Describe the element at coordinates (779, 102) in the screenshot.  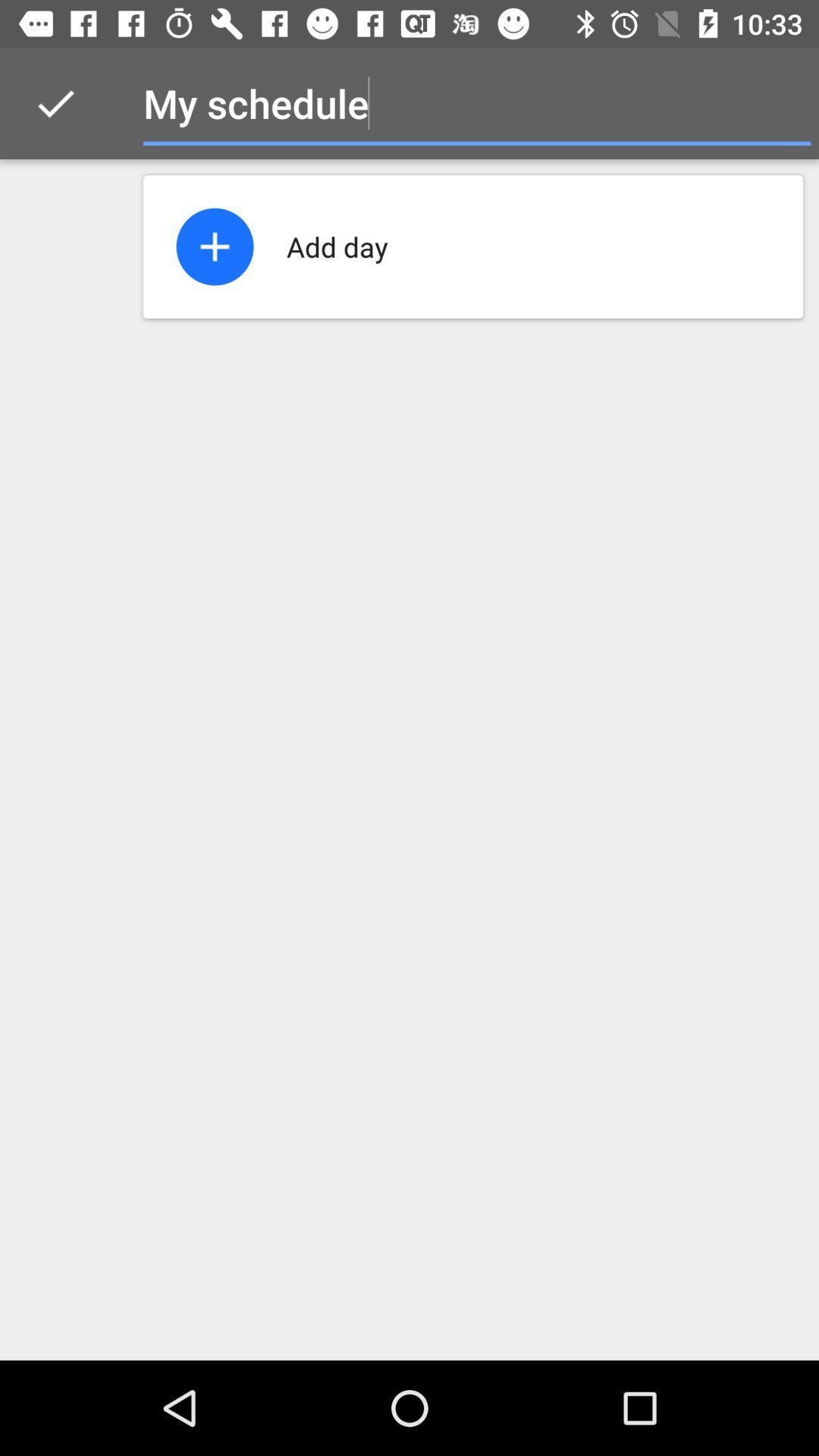
I see `icon next to my schedule item` at that location.